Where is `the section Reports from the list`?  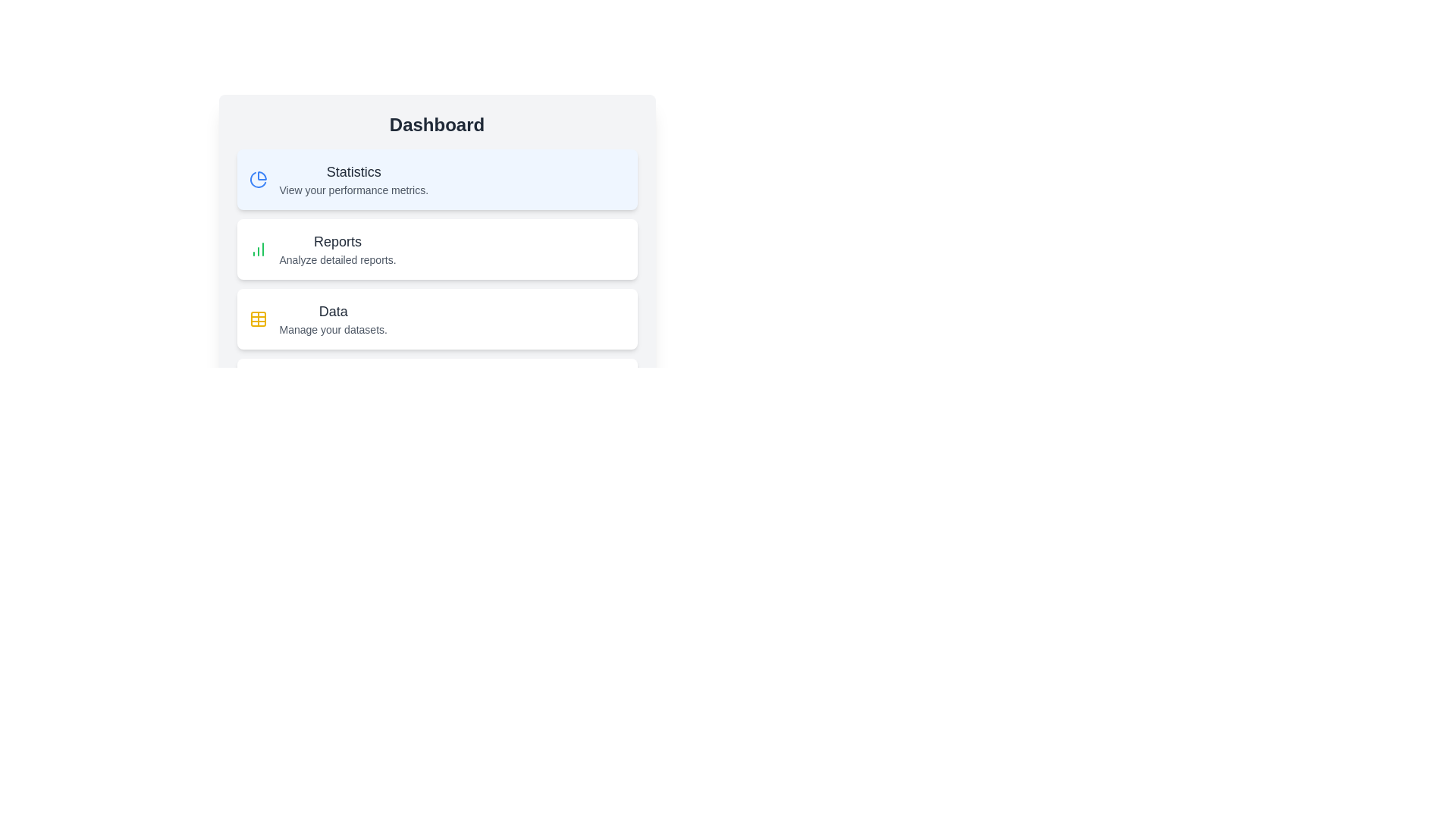
the section Reports from the list is located at coordinates (436, 248).